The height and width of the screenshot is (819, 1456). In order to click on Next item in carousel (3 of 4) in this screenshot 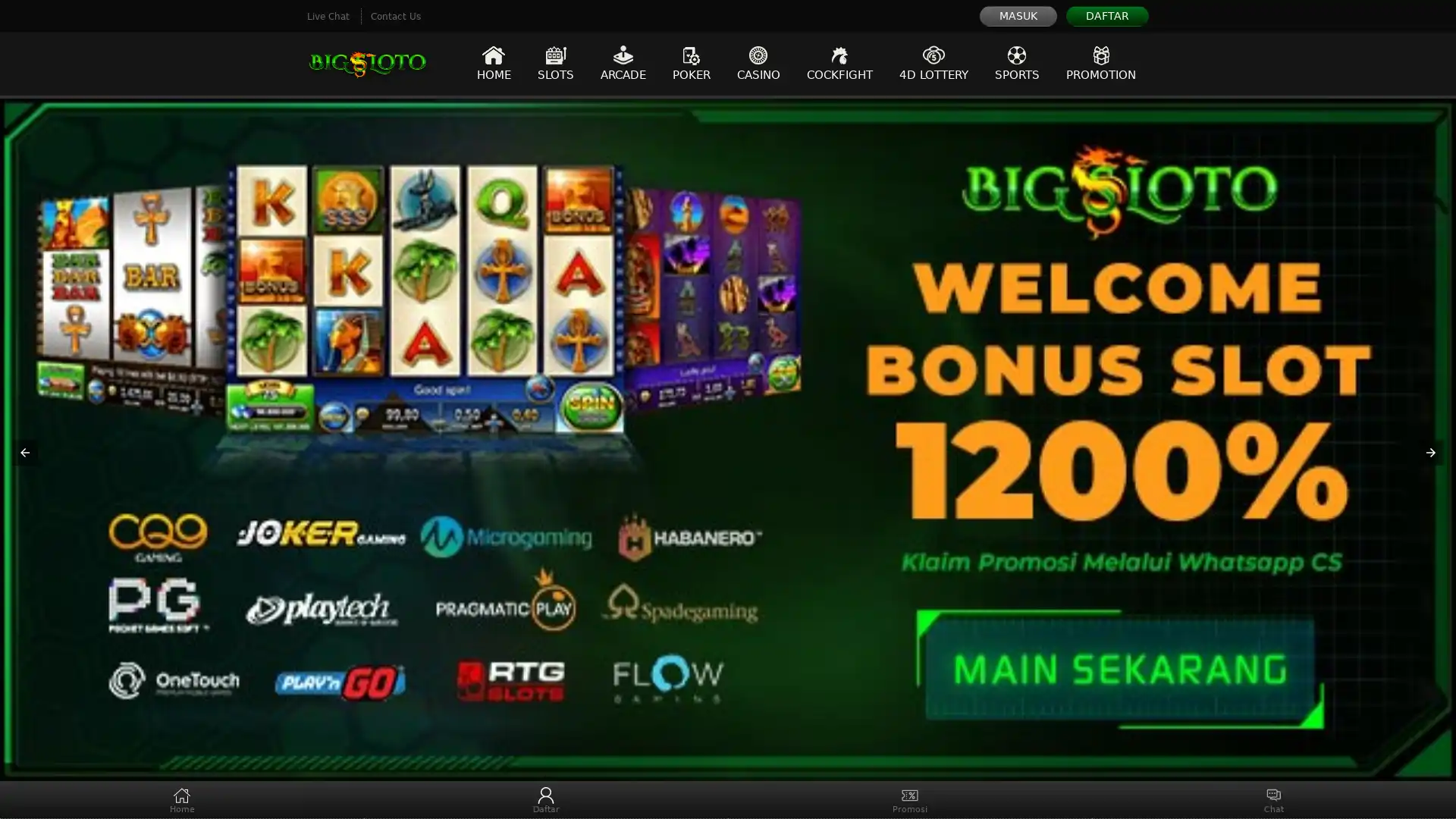, I will do `click(1429, 452)`.